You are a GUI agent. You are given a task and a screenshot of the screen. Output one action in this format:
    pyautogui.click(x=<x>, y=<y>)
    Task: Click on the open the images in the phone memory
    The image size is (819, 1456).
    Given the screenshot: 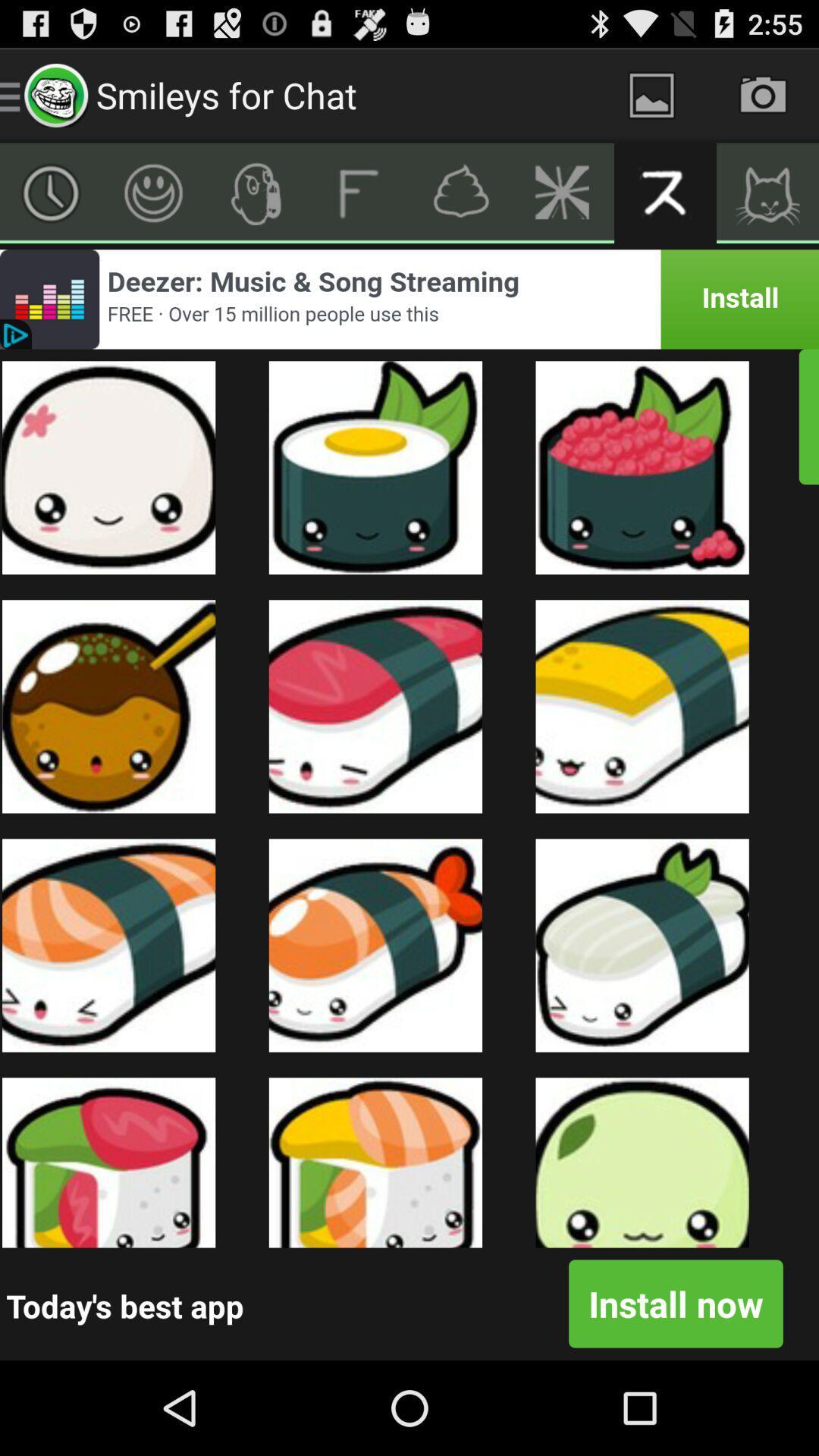 What is the action you would take?
    pyautogui.click(x=651, y=94)
    